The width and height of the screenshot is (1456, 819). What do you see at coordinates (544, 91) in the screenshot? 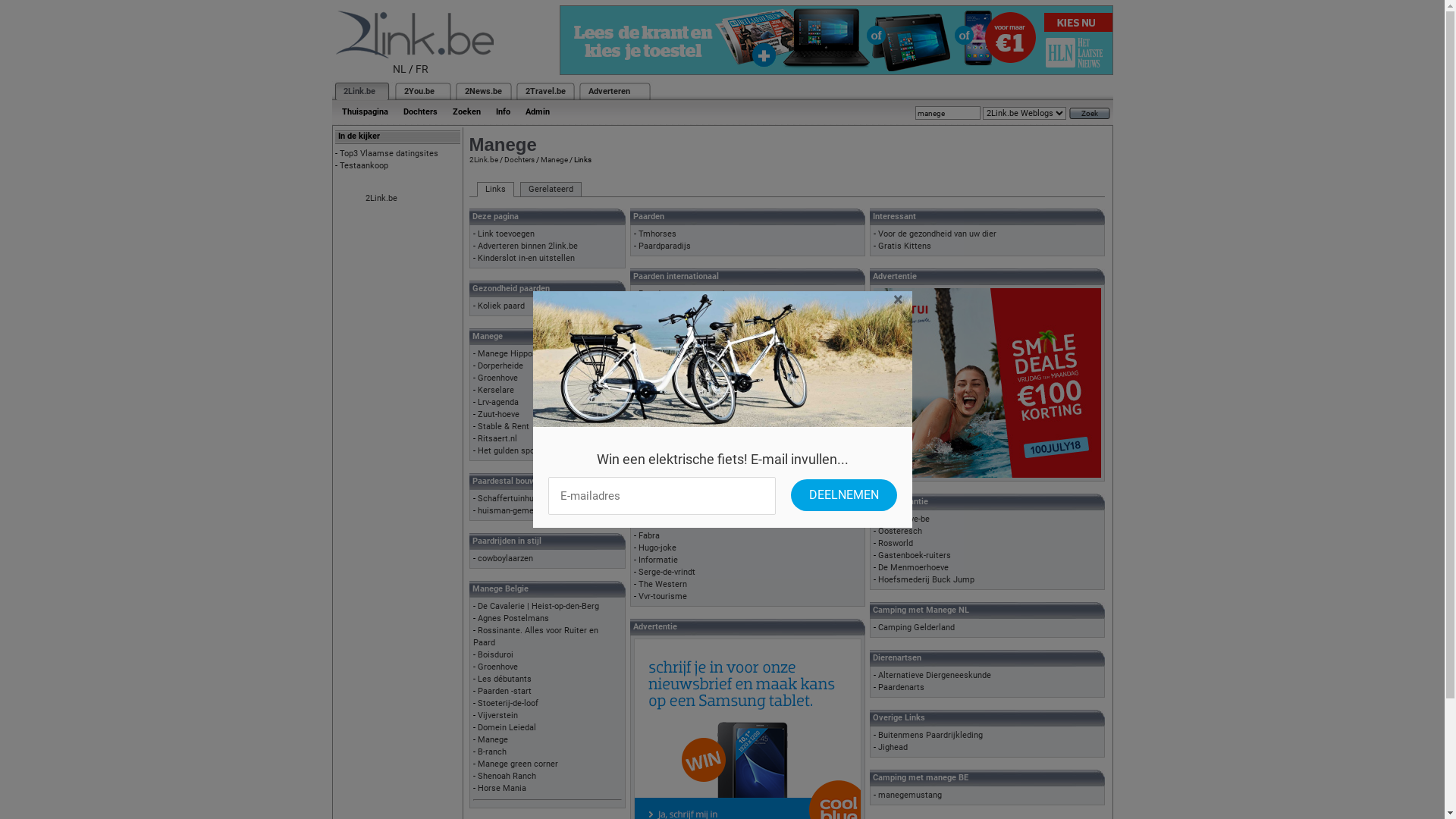
I see `'2Travel.be'` at bounding box center [544, 91].